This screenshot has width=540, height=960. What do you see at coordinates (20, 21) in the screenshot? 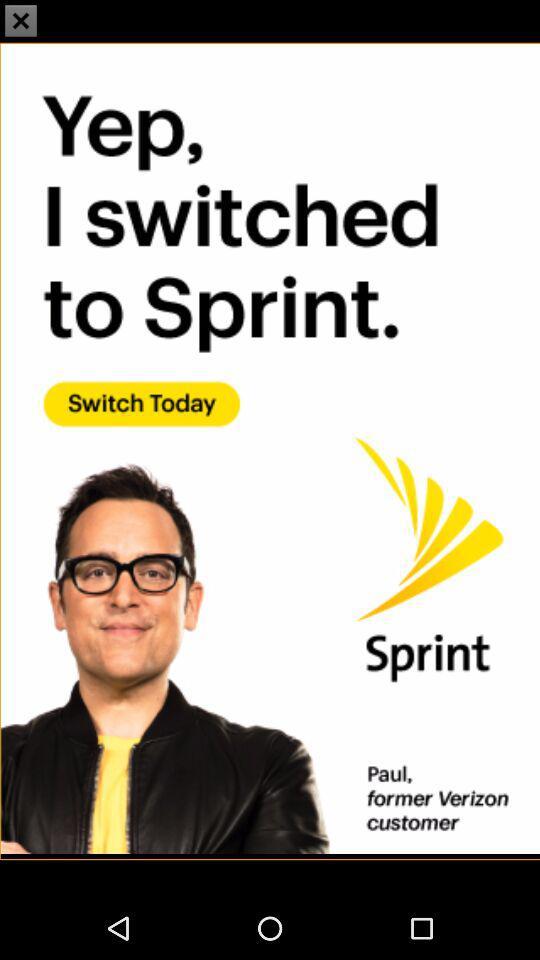
I see `the close icon` at bounding box center [20, 21].